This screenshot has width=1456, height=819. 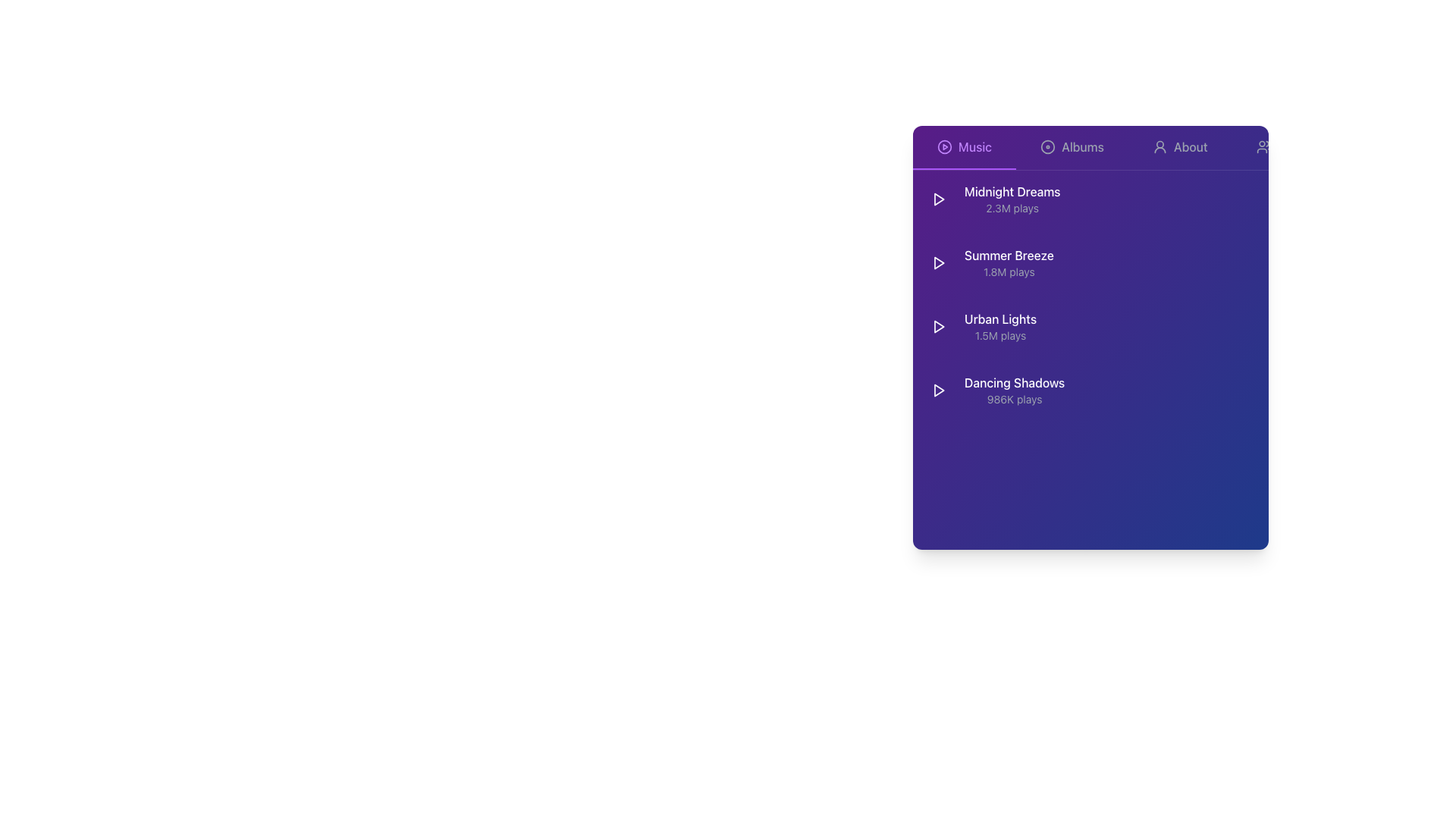 What do you see at coordinates (964, 148) in the screenshot?
I see `the 'Music' tab button located in the top-left of the navigation bar` at bounding box center [964, 148].